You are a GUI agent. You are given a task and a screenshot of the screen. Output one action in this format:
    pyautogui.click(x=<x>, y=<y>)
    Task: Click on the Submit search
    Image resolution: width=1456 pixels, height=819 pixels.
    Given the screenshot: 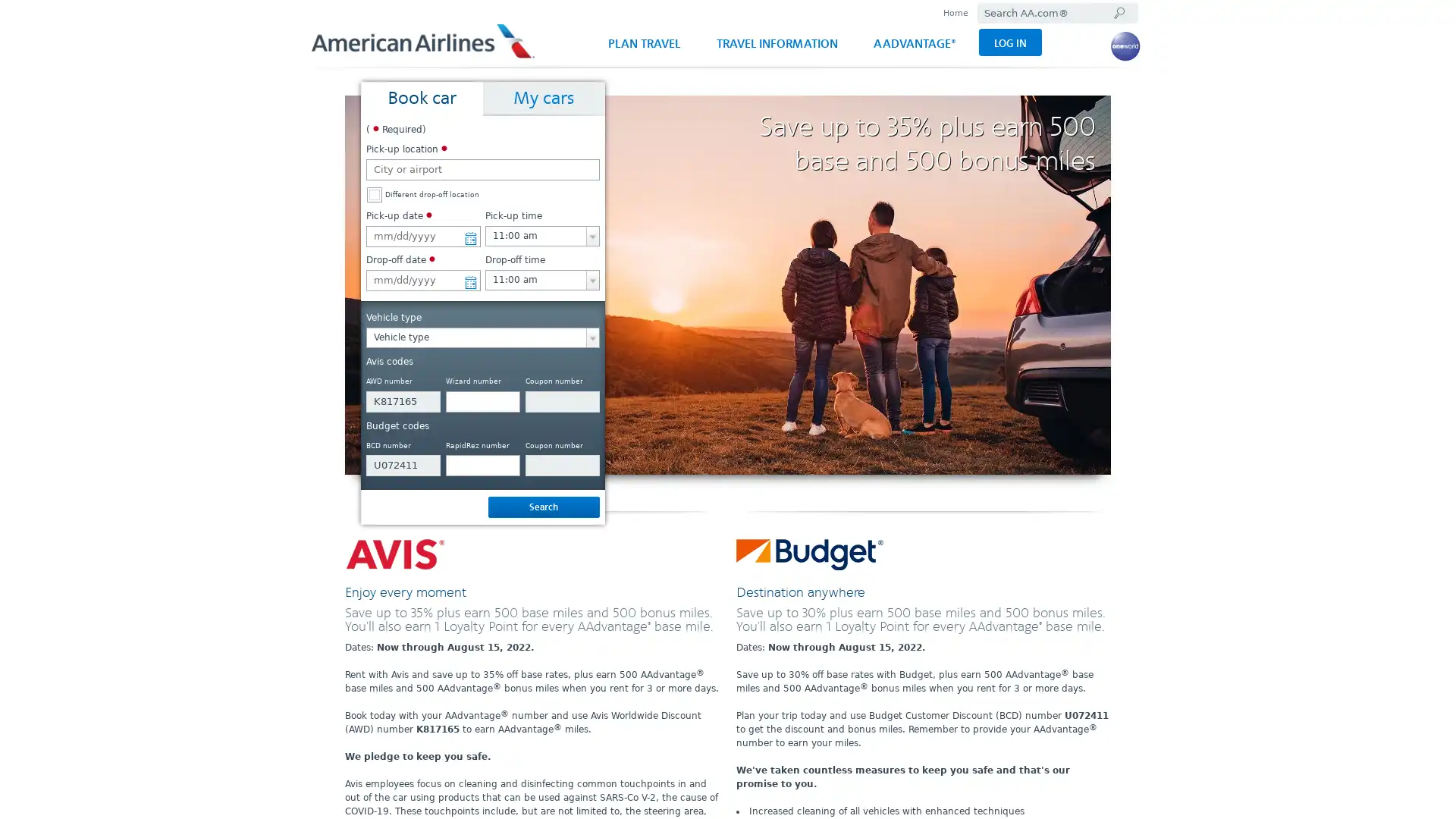 What is the action you would take?
    pyautogui.click(x=1118, y=13)
    